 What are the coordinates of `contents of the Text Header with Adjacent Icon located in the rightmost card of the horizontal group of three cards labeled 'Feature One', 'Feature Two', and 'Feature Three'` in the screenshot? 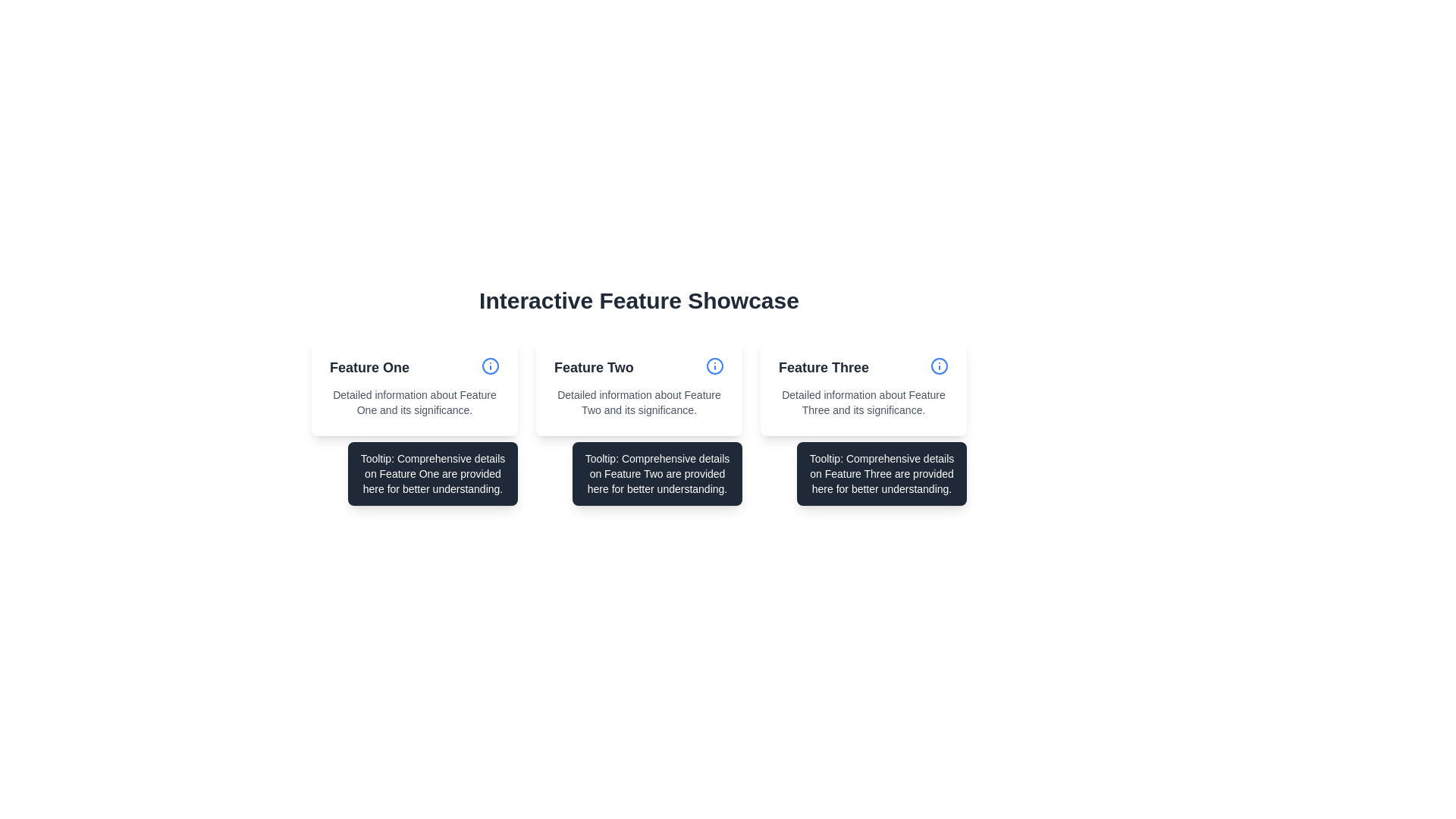 It's located at (863, 368).